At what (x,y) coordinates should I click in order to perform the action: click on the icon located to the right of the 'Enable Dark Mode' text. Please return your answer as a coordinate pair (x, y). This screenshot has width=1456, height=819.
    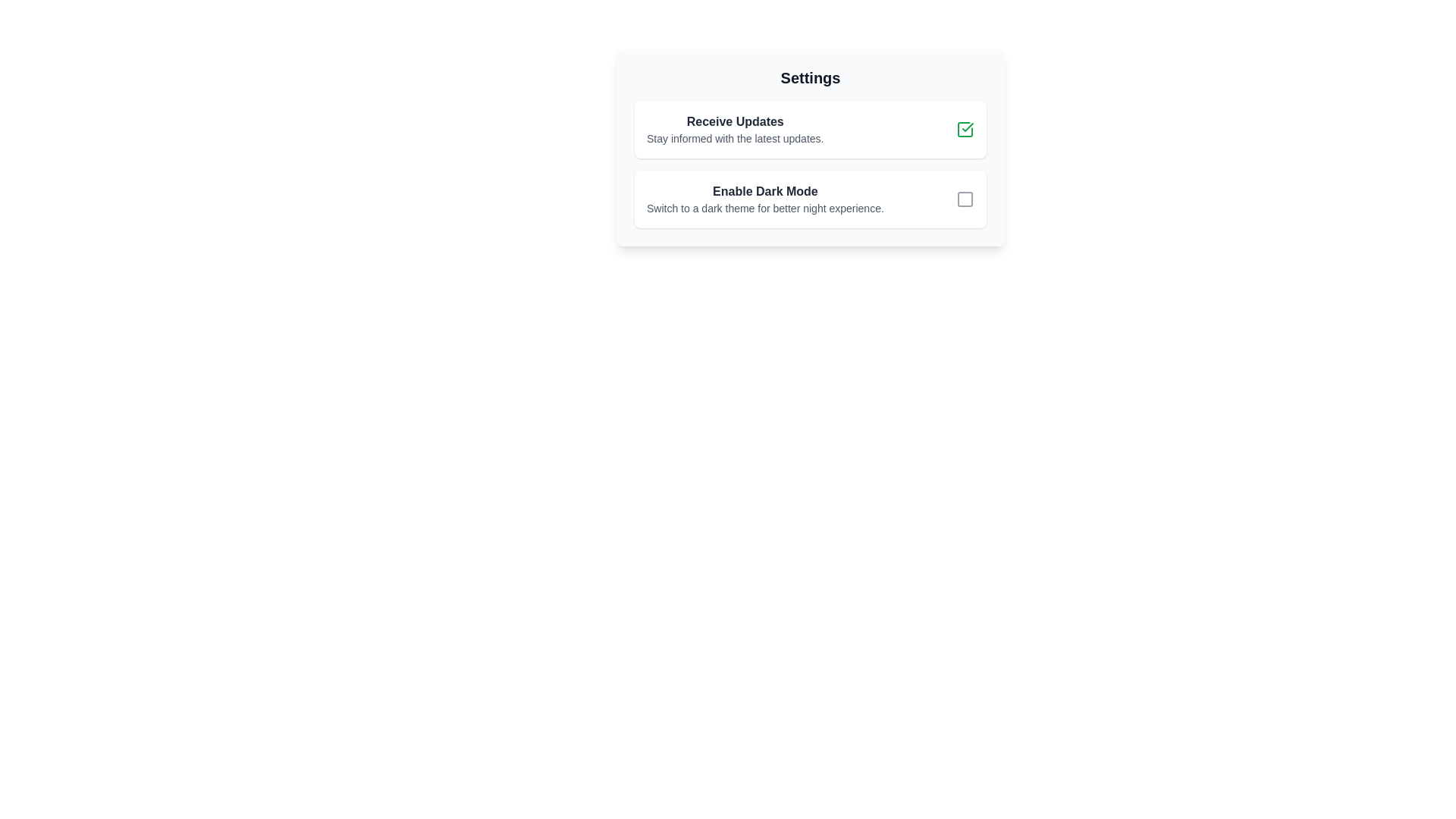
    Looking at the image, I should click on (964, 198).